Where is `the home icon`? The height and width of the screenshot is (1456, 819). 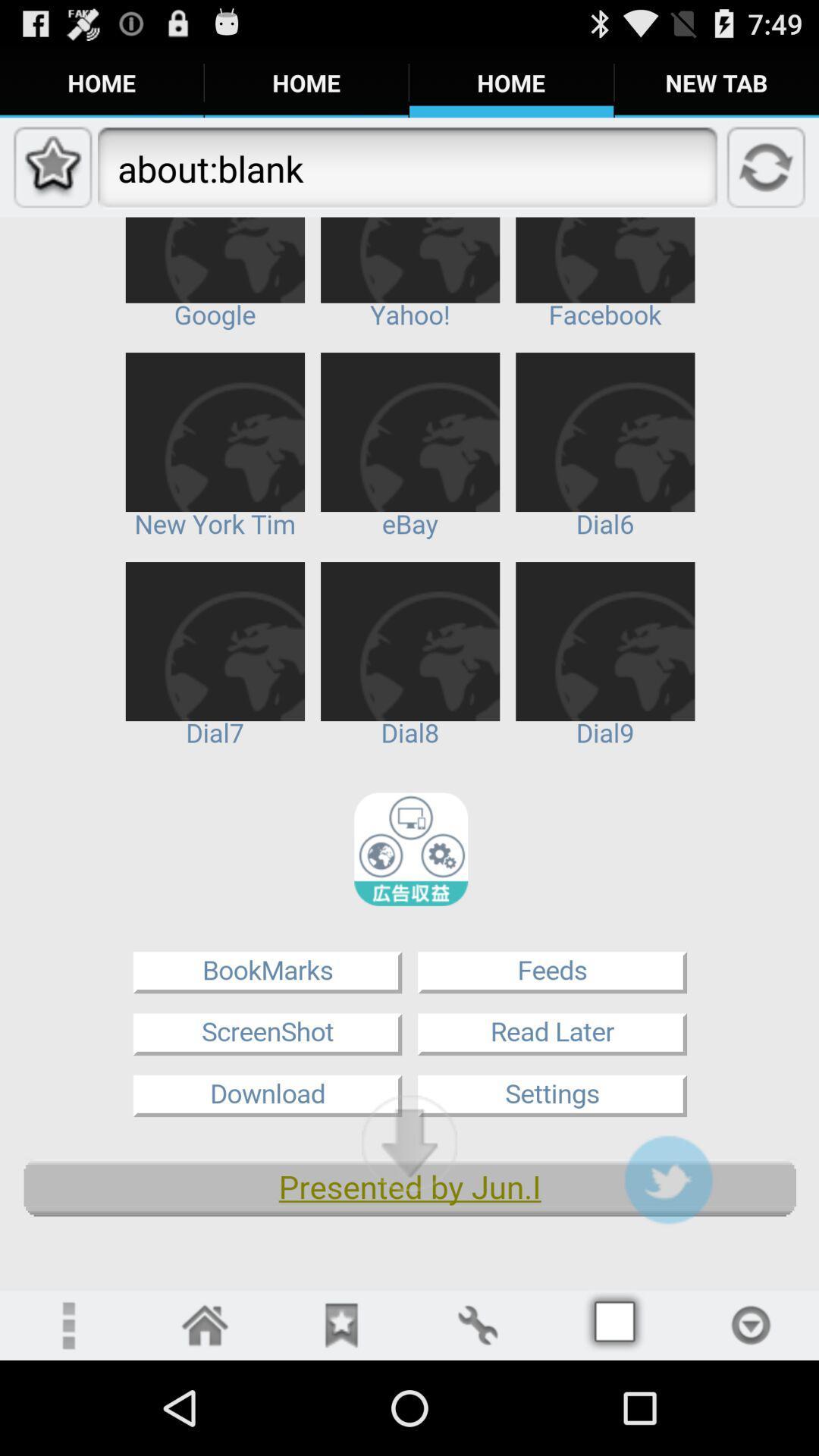
the home icon is located at coordinates (205, 1417).